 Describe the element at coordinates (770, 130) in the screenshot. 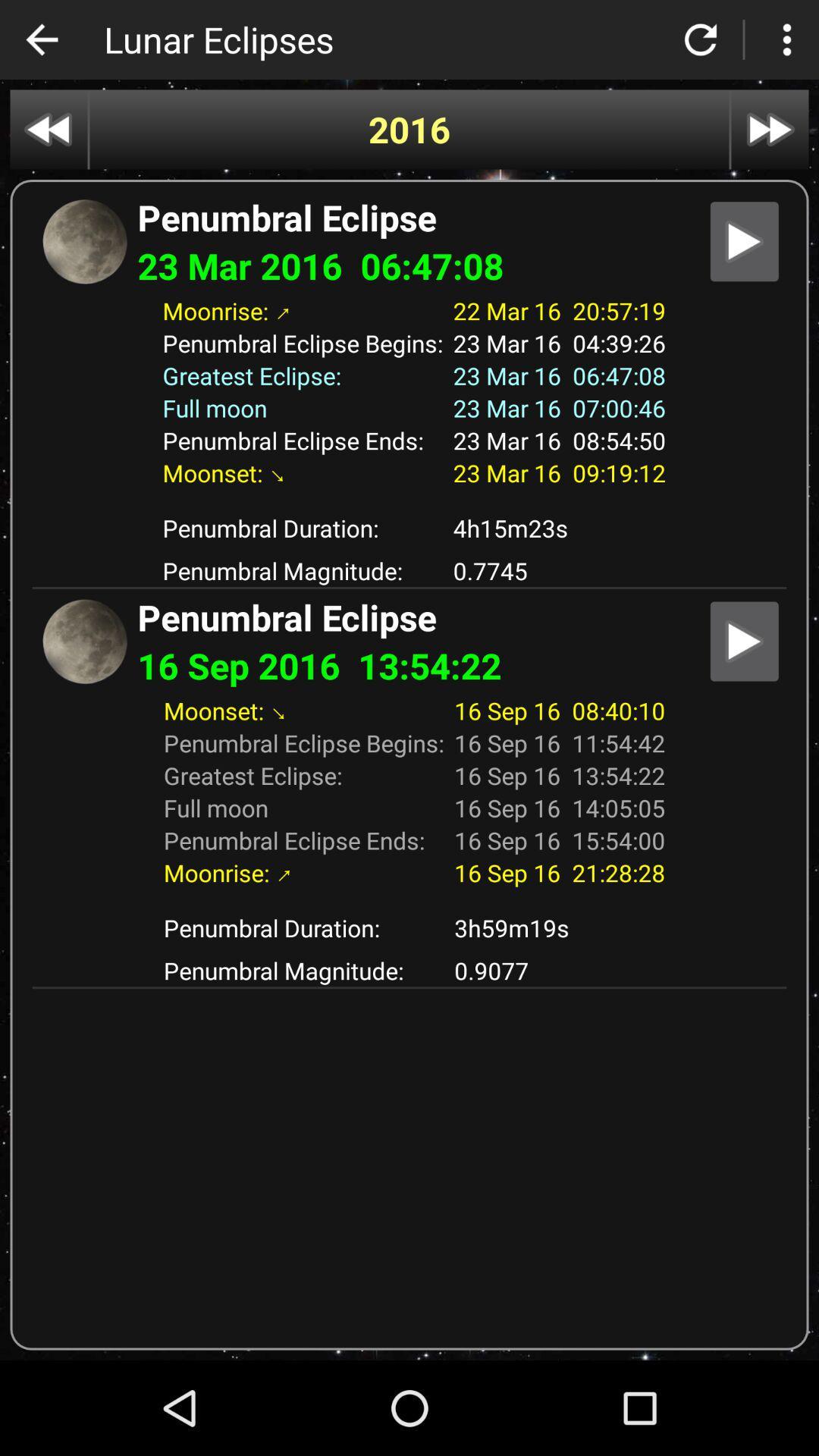

I see `forward to next year` at that location.